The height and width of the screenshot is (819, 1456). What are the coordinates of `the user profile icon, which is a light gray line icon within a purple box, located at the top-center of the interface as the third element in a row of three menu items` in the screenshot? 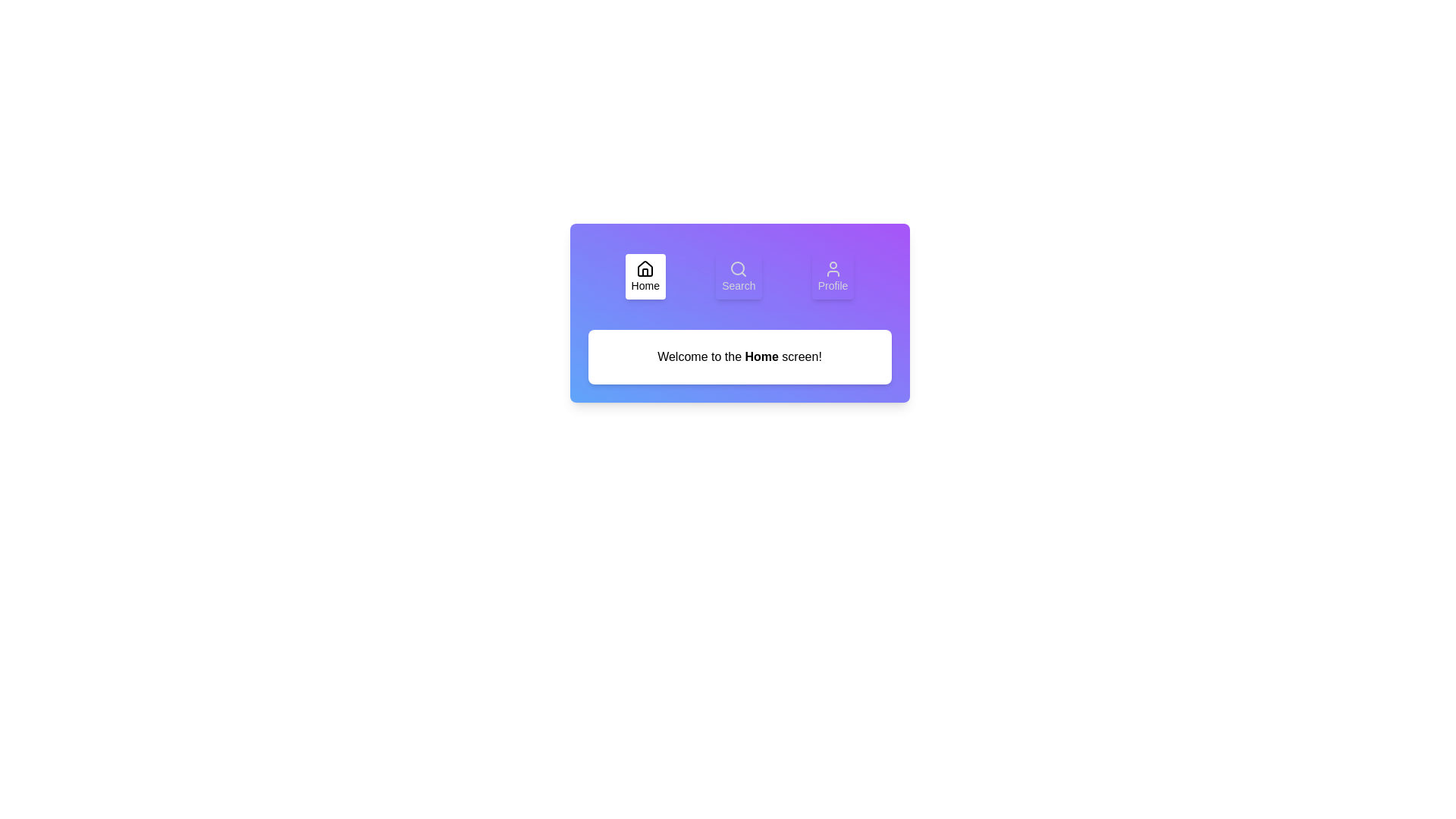 It's located at (832, 268).